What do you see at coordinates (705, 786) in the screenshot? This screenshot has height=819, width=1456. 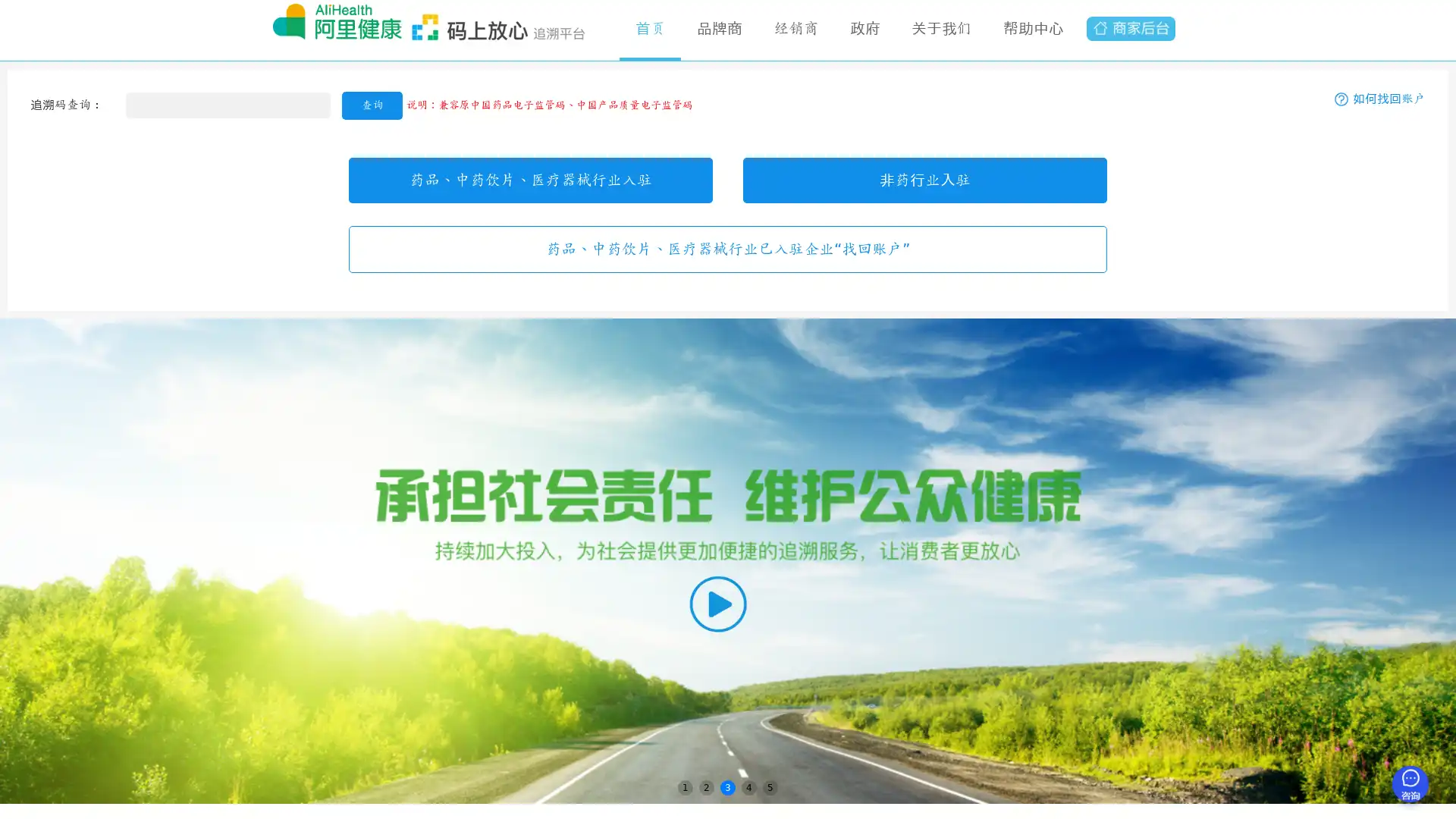 I see `Go to slide 2` at bounding box center [705, 786].